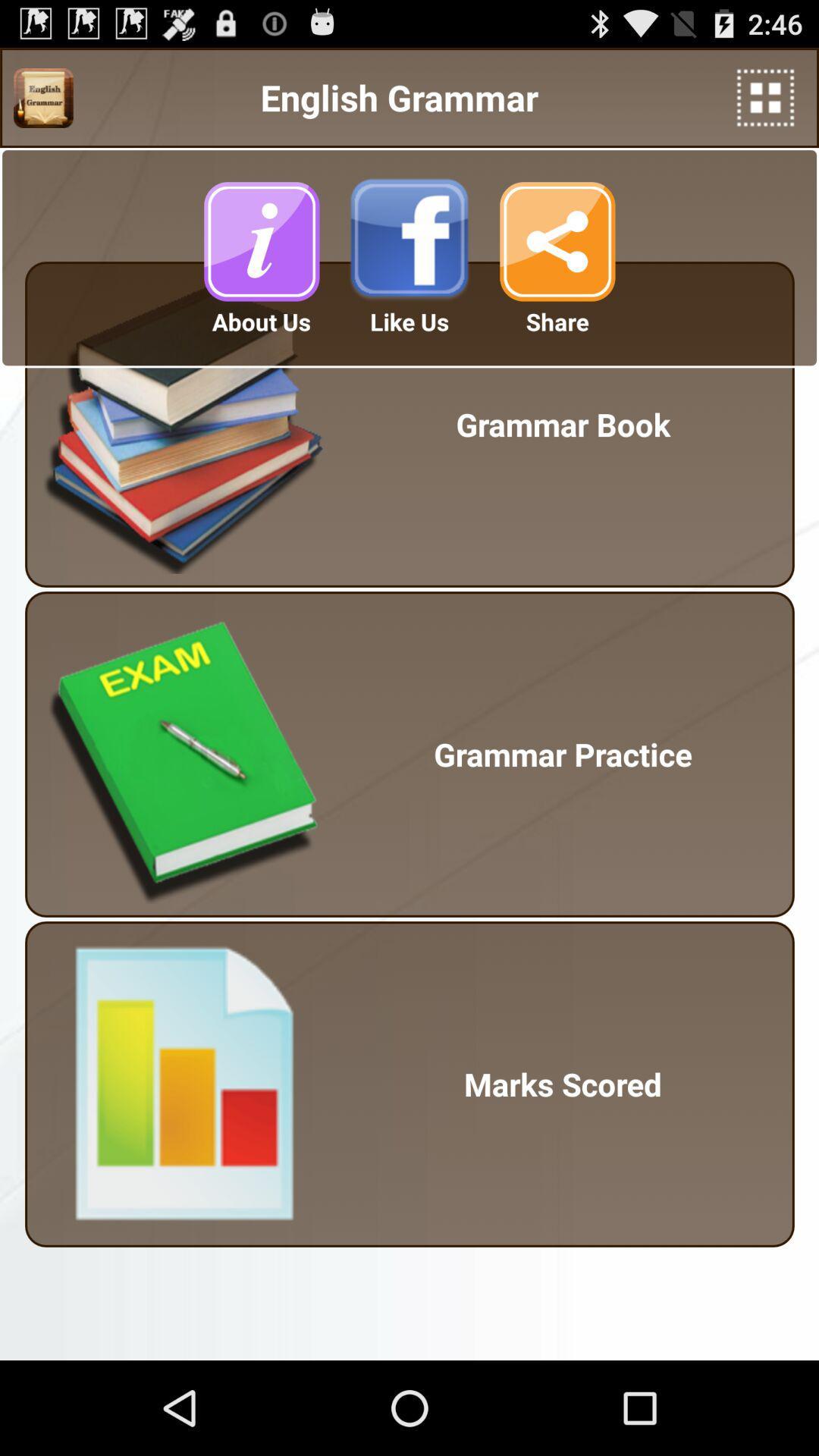  Describe the element at coordinates (260, 240) in the screenshot. I see `information button` at that location.